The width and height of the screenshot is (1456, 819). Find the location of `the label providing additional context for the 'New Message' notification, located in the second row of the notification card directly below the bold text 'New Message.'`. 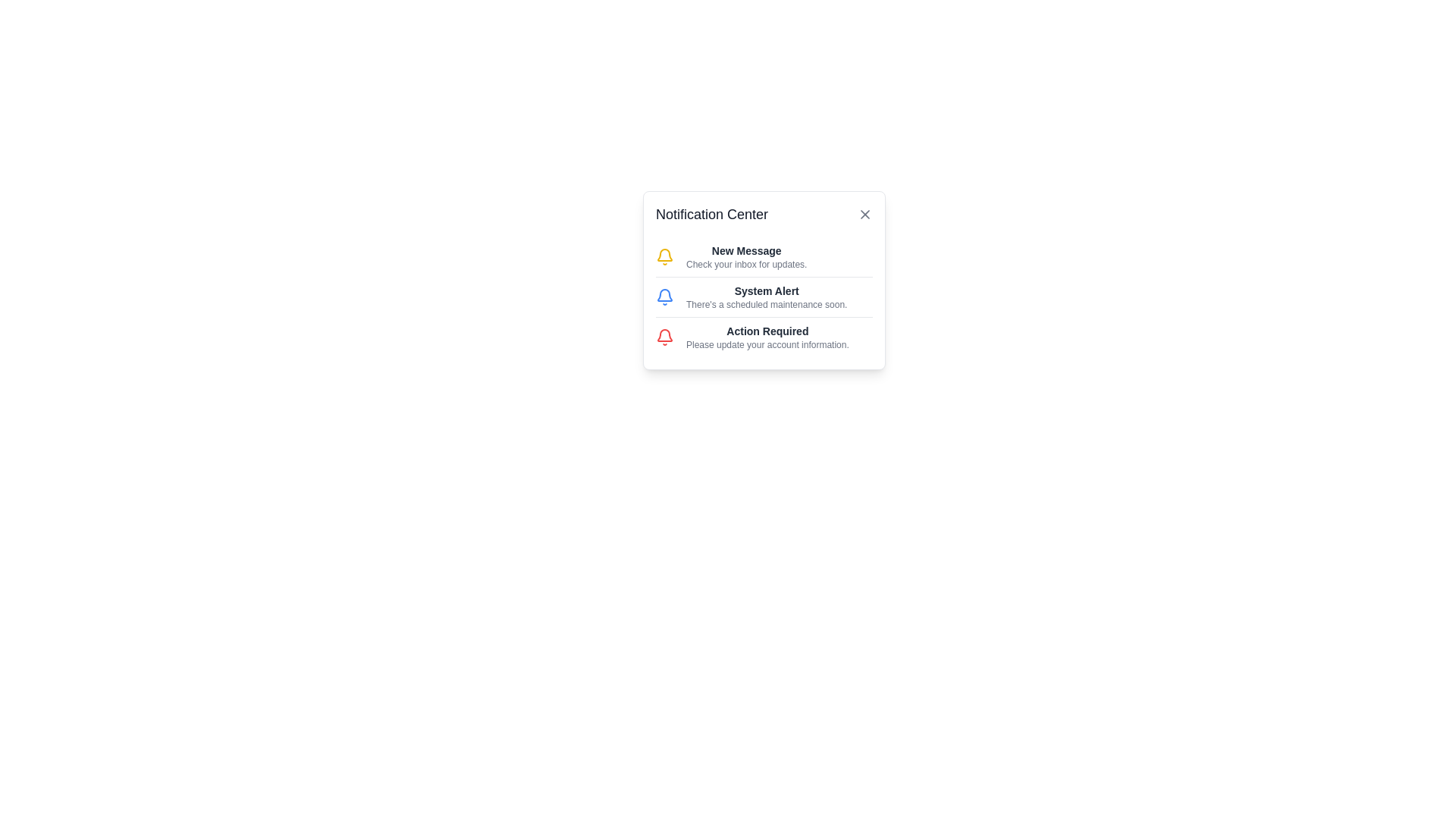

the label providing additional context for the 'New Message' notification, located in the second row of the notification card directly below the bold text 'New Message.' is located at coordinates (746, 263).